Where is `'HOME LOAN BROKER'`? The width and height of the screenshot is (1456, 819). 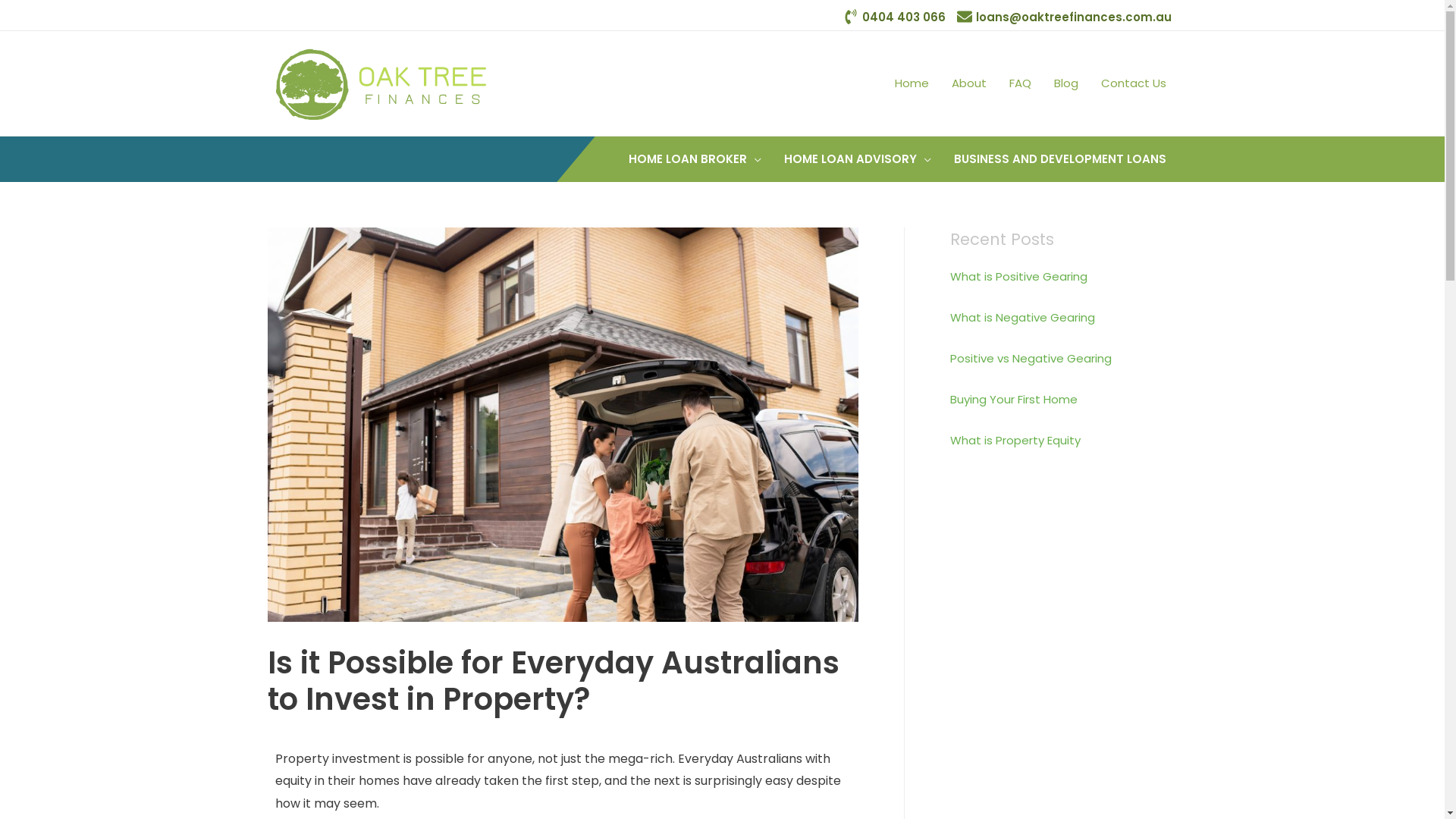 'HOME LOAN BROKER' is located at coordinates (694, 158).